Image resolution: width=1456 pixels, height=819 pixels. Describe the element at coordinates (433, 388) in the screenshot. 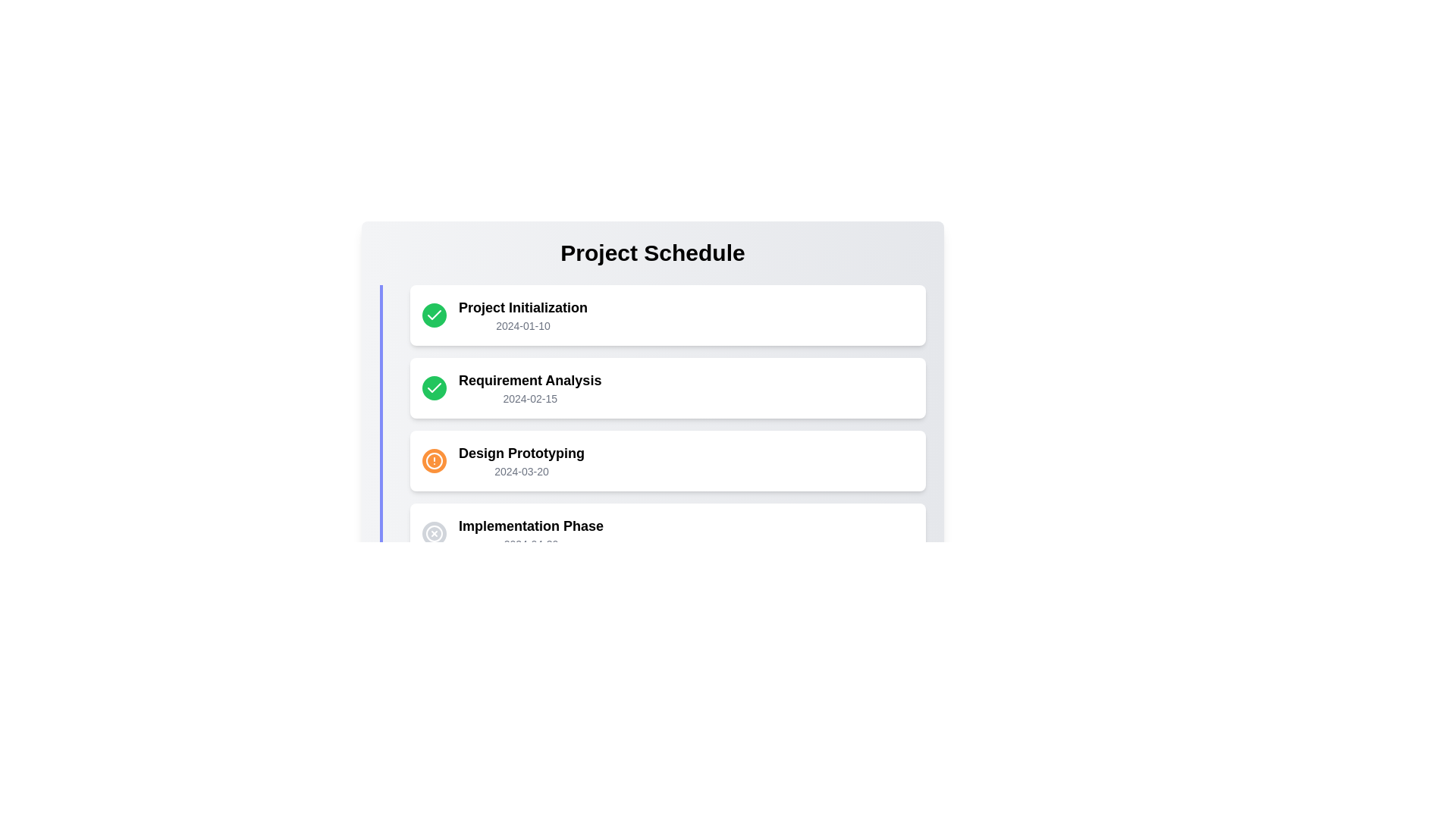

I see `the checkmark icon indicating the completion of the 'Project Initialization' phase located at the top of the vertical list in the 'Project Schedule' section` at that location.